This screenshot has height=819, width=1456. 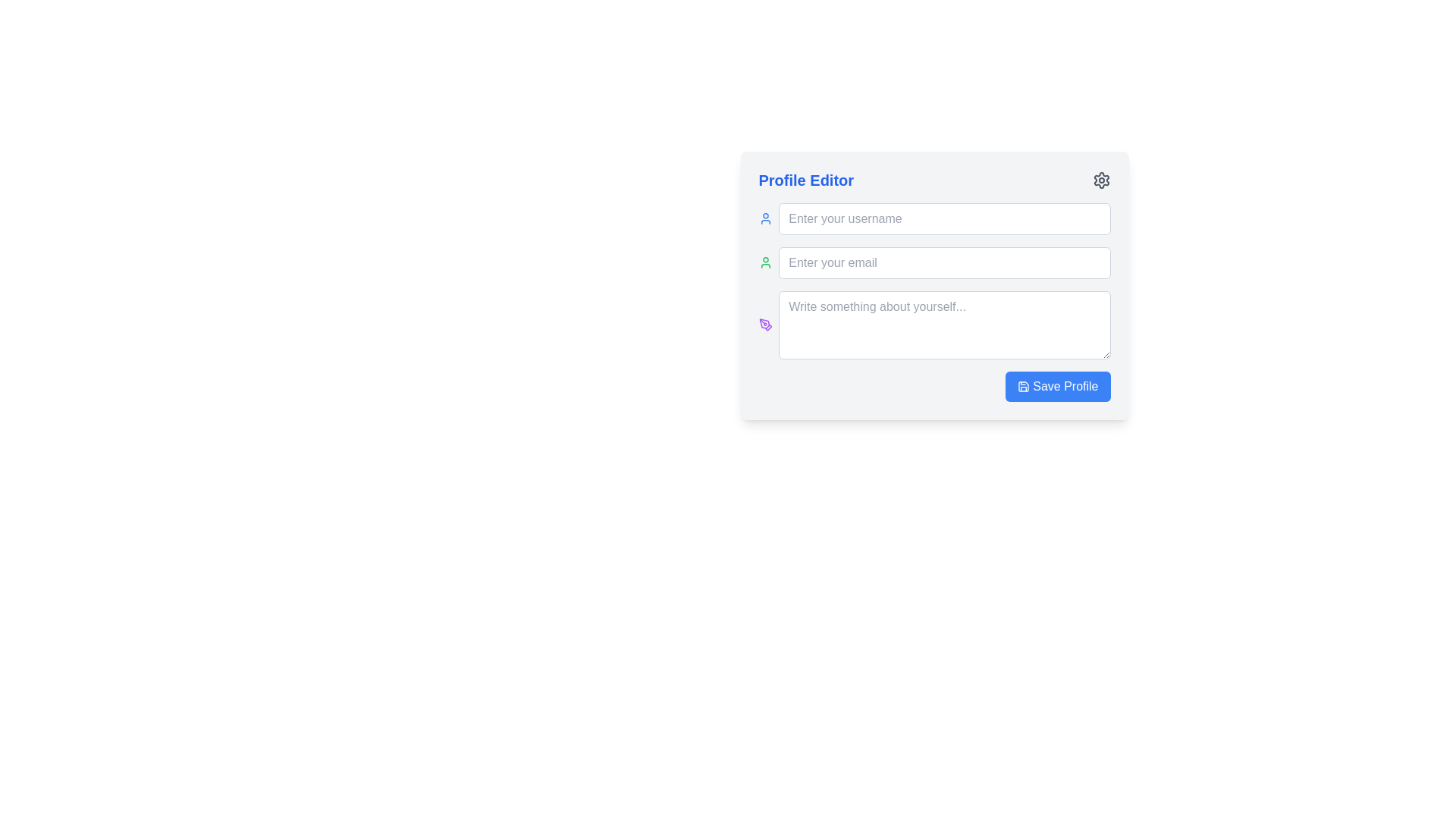 I want to click on the purple pen tool icon located to the left of the 'Write something about yourself' text area in the Profile Editor form, so click(x=764, y=323).